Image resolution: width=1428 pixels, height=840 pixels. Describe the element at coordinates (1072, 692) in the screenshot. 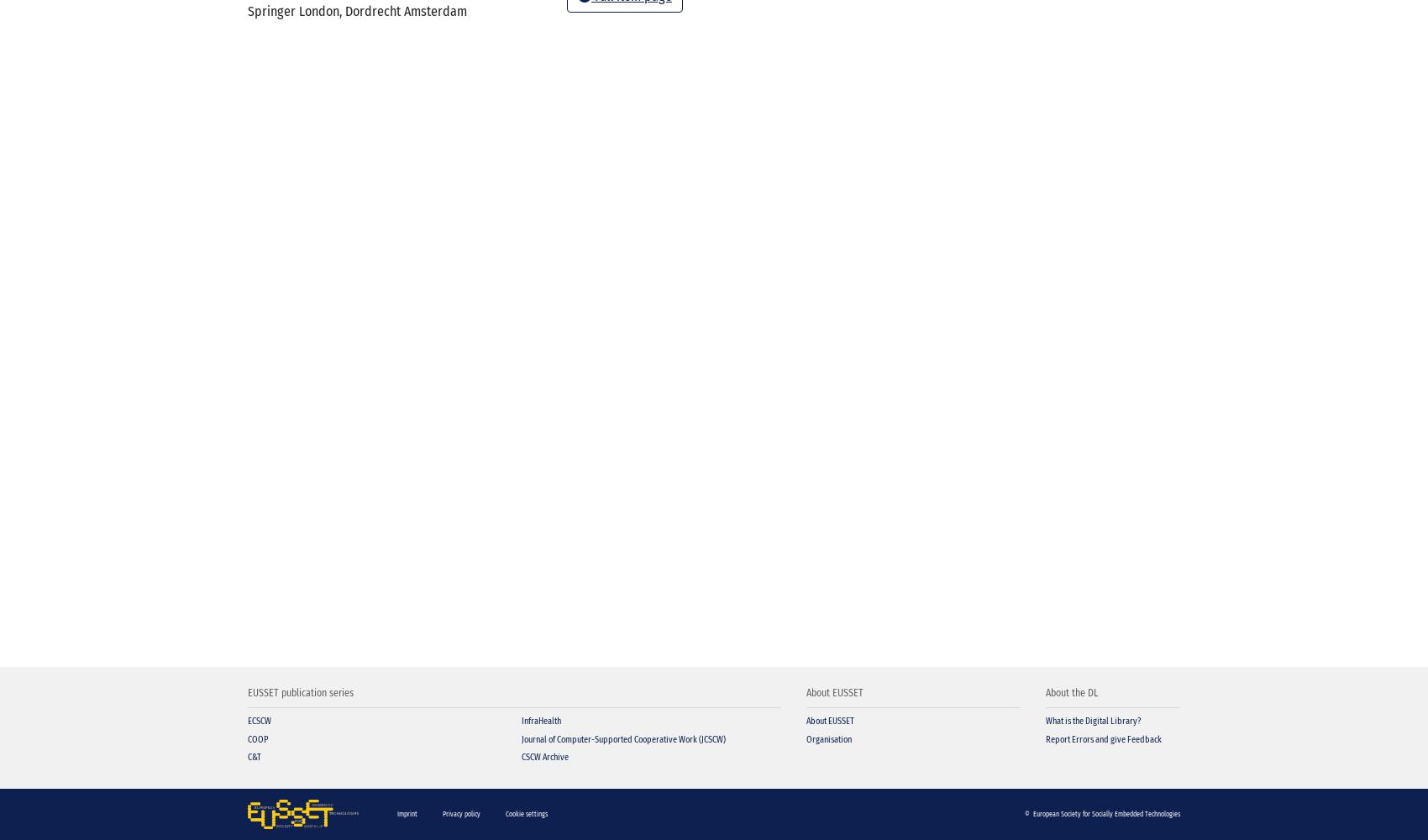

I see `'About the DL'` at that location.